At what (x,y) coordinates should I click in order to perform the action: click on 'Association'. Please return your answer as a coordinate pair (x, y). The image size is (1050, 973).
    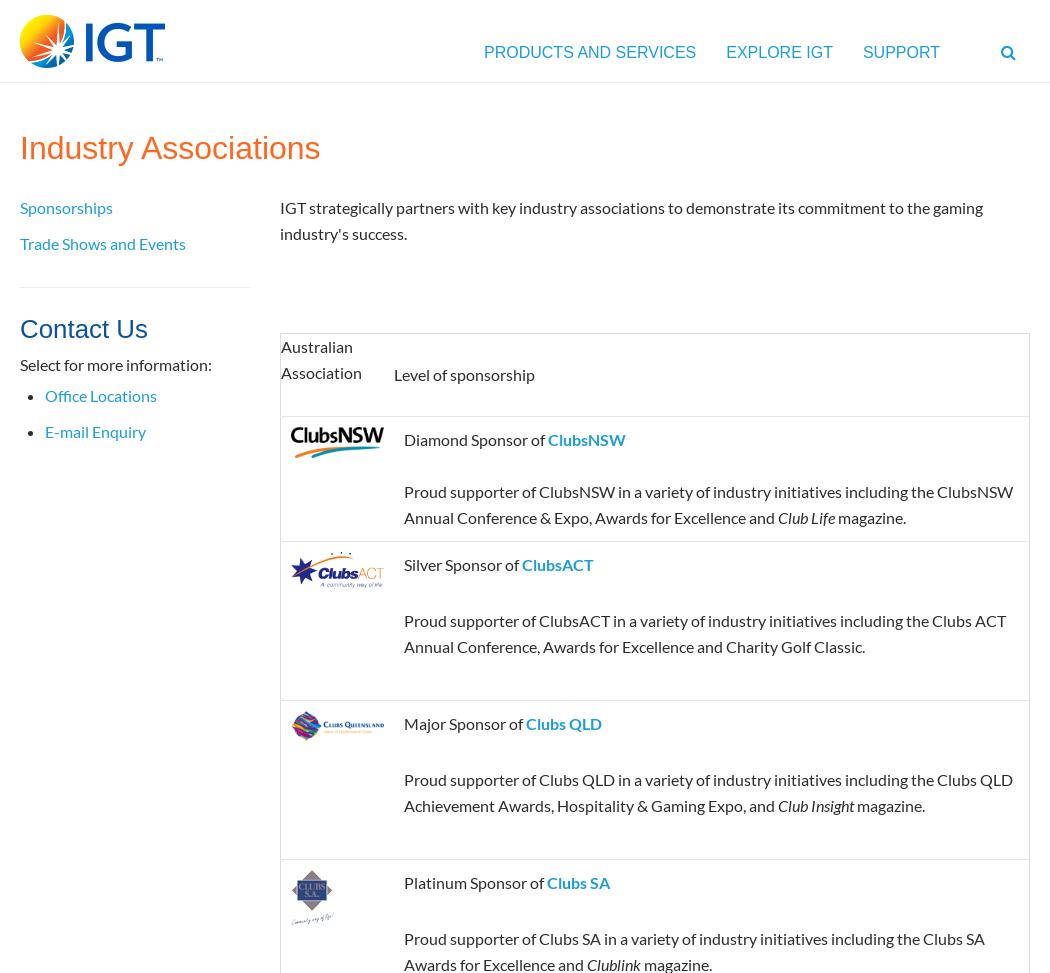
    Looking at the image, I should click on (279, 370).